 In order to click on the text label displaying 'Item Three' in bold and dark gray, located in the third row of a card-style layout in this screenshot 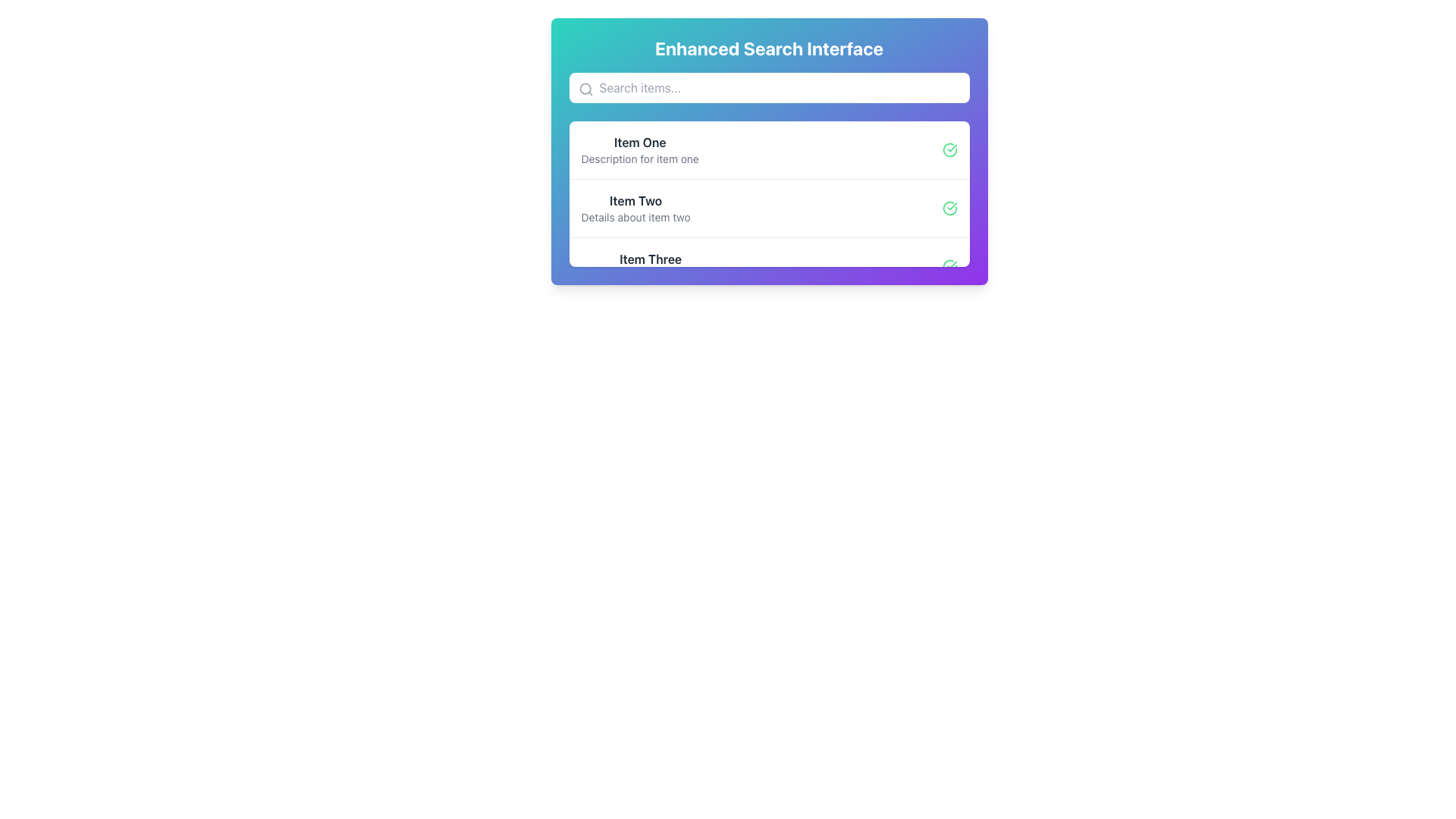, I will do `click(651, 259)`.